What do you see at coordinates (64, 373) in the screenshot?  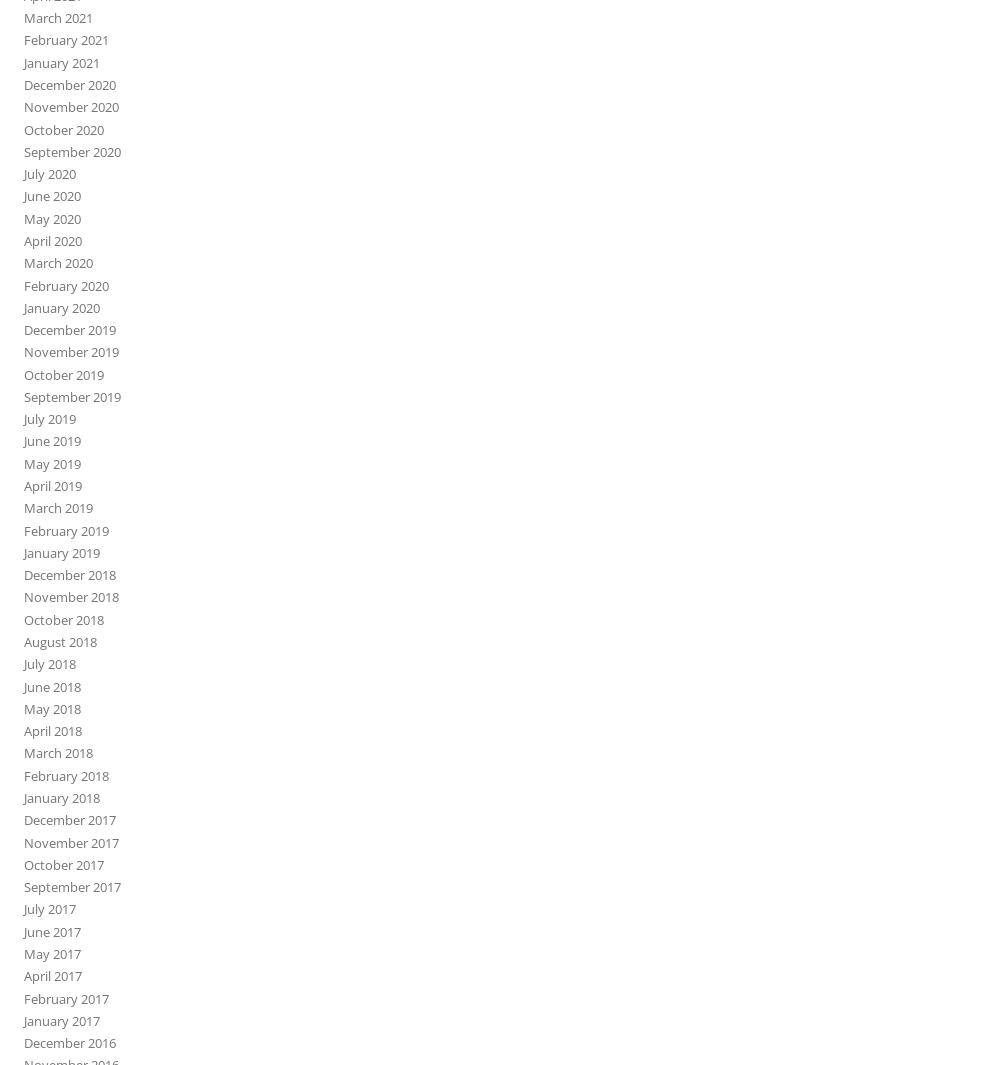 I see `'October 2019'` at bounding box center [64, 373].